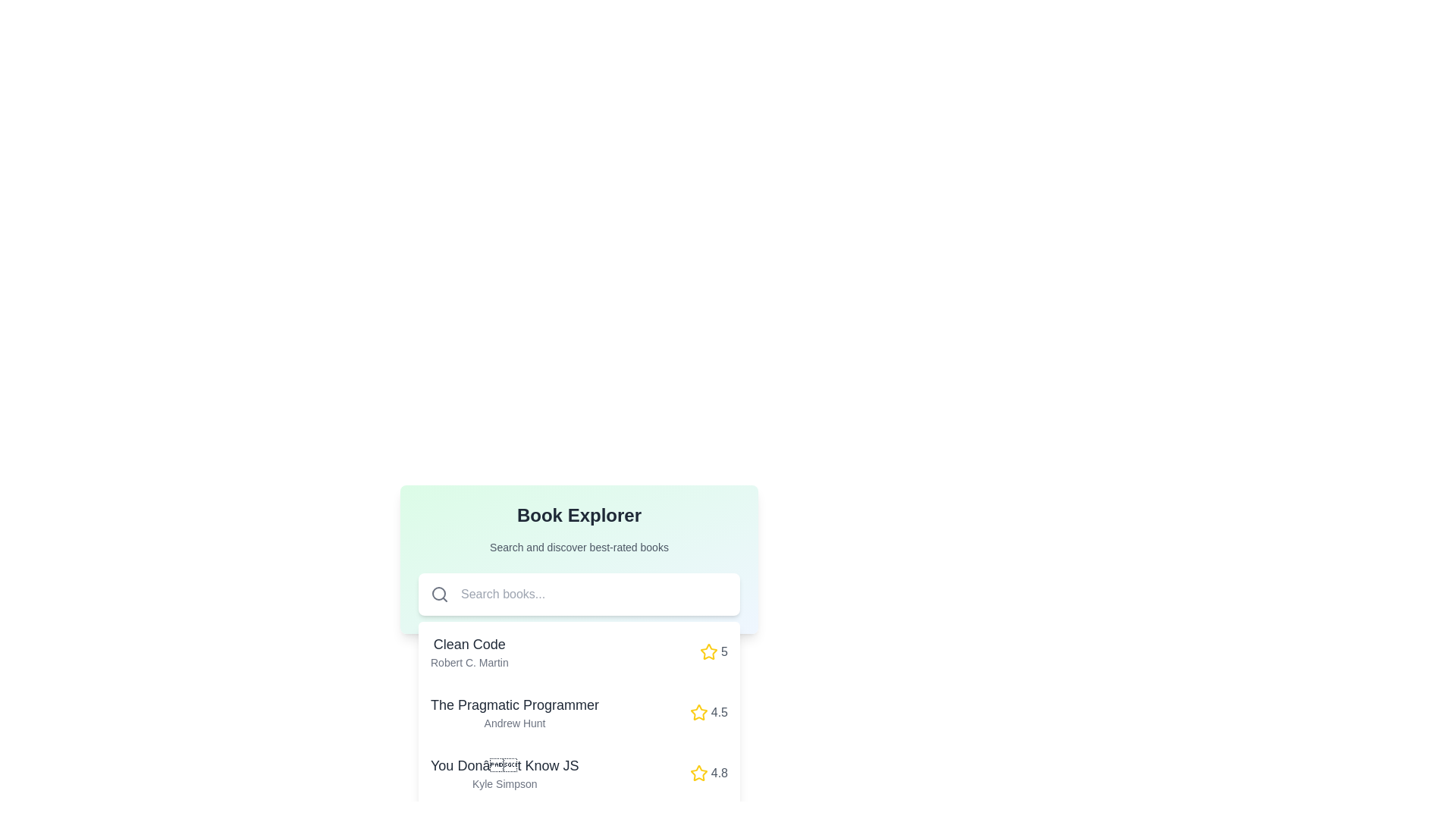  Describe the element at coordinates (504, 766) in the screenshot. I see `the text label displaying the title 'You Don’t Know JS' located in the 'Book Explorer' section, which is the third book title in the list above the author's name 'Kyle Simpson'` at that location.